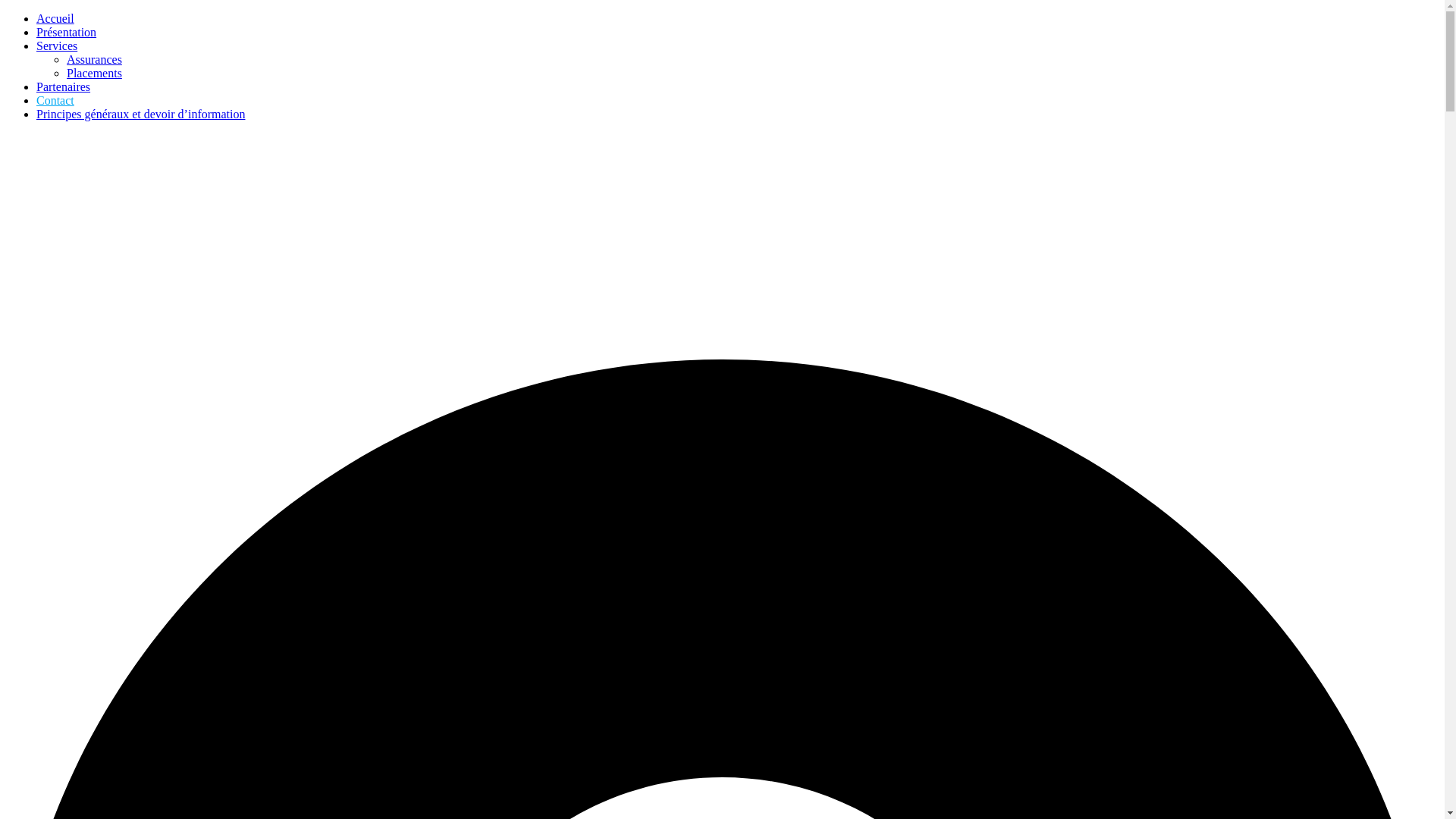 The image size is (1456, 819). Describe the element at coordinates (93, 73) in the screenshot. I see `'Placements'` at that location.